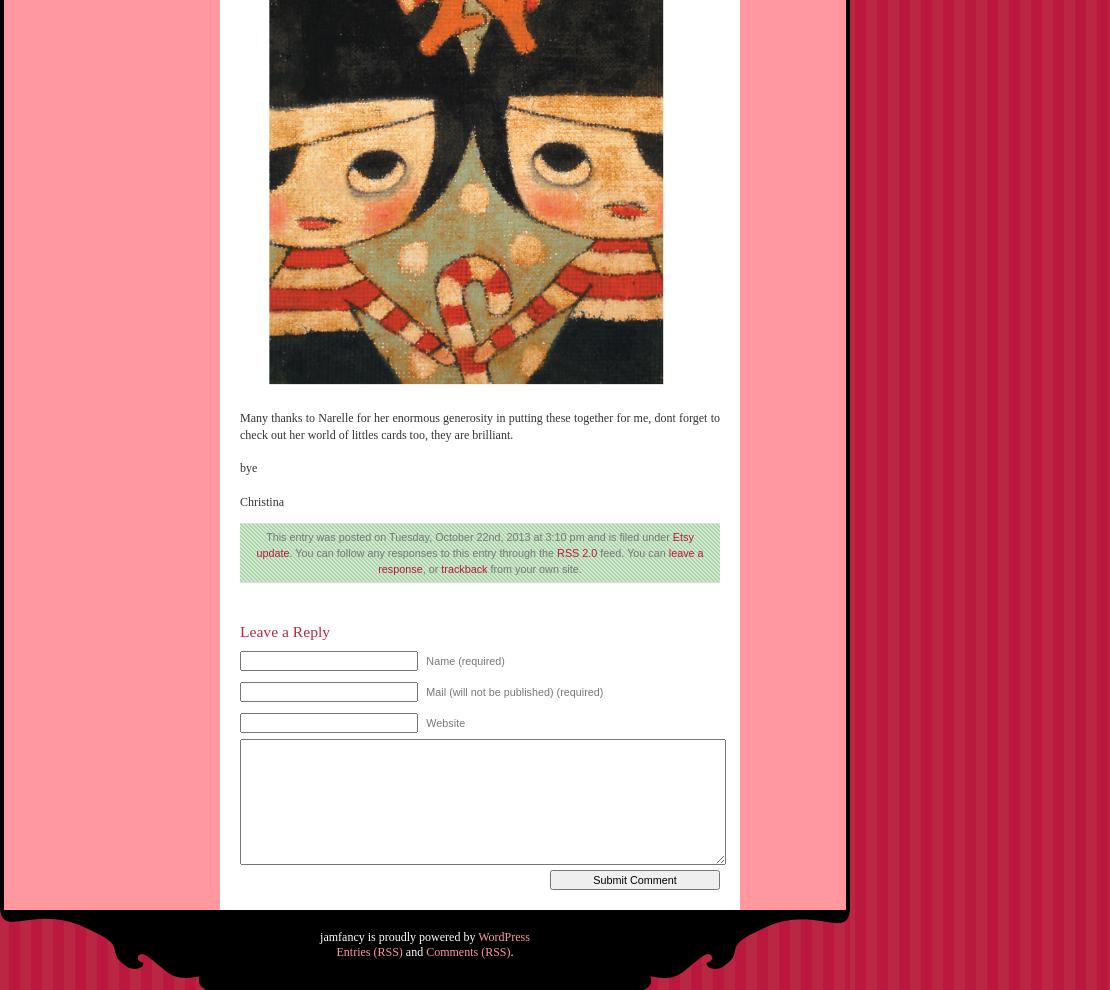  I want to click on 'Etsy update', so click(255, 543).